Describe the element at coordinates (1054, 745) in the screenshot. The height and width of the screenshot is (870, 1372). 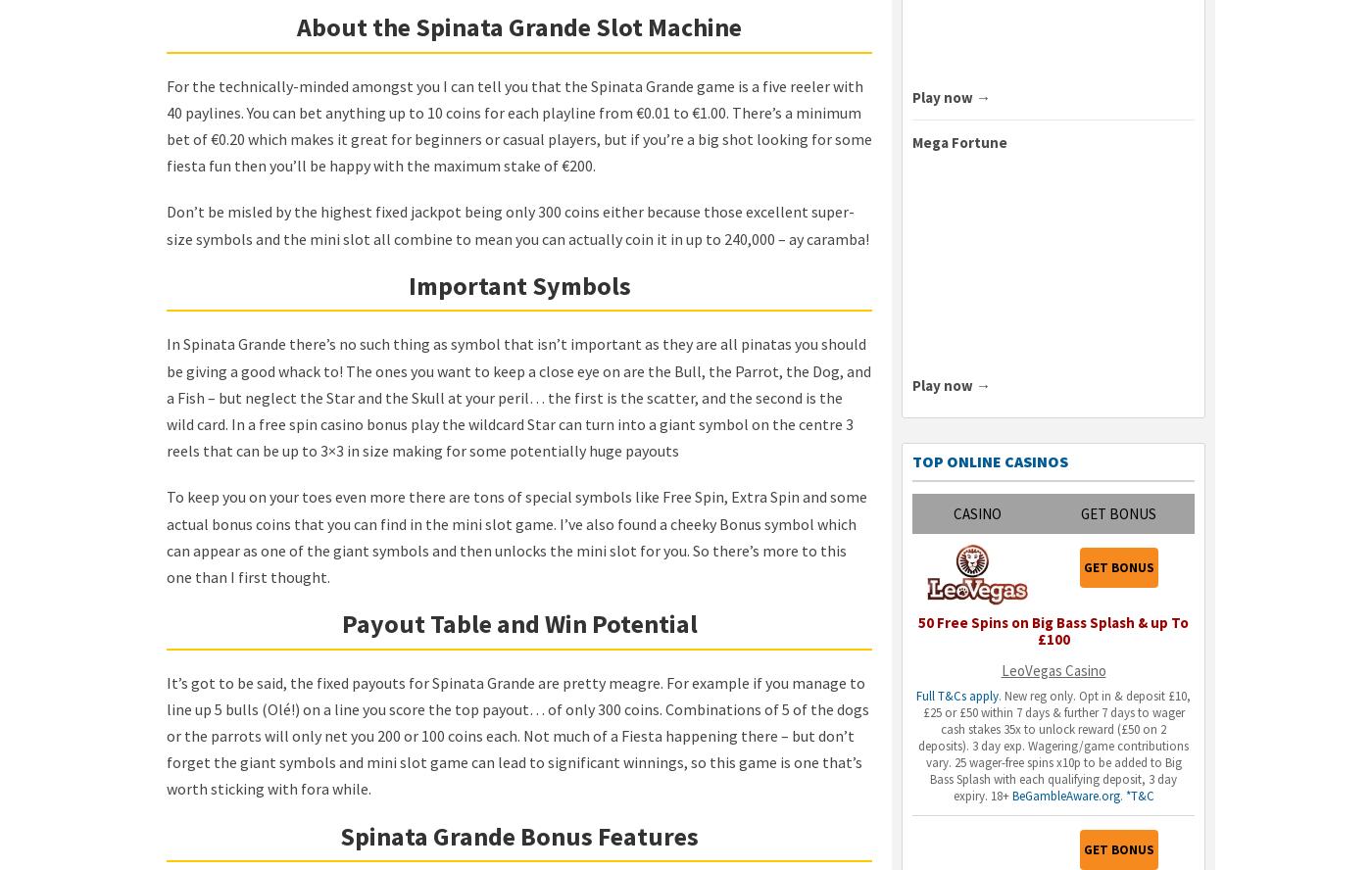
I see `'. New reg only. Opt in & deposit £10, £25 or £50 within 7 days & further 7 days to wager cash stakes 35x to unlock reward (£50 on 2 deposits). 3 day exp. Wagering/game contributions vary. 25 wager-free spins x10p to be added to Big Bass Splash with each qualifying deposit, 3 day expiry. 18+'` at that location.